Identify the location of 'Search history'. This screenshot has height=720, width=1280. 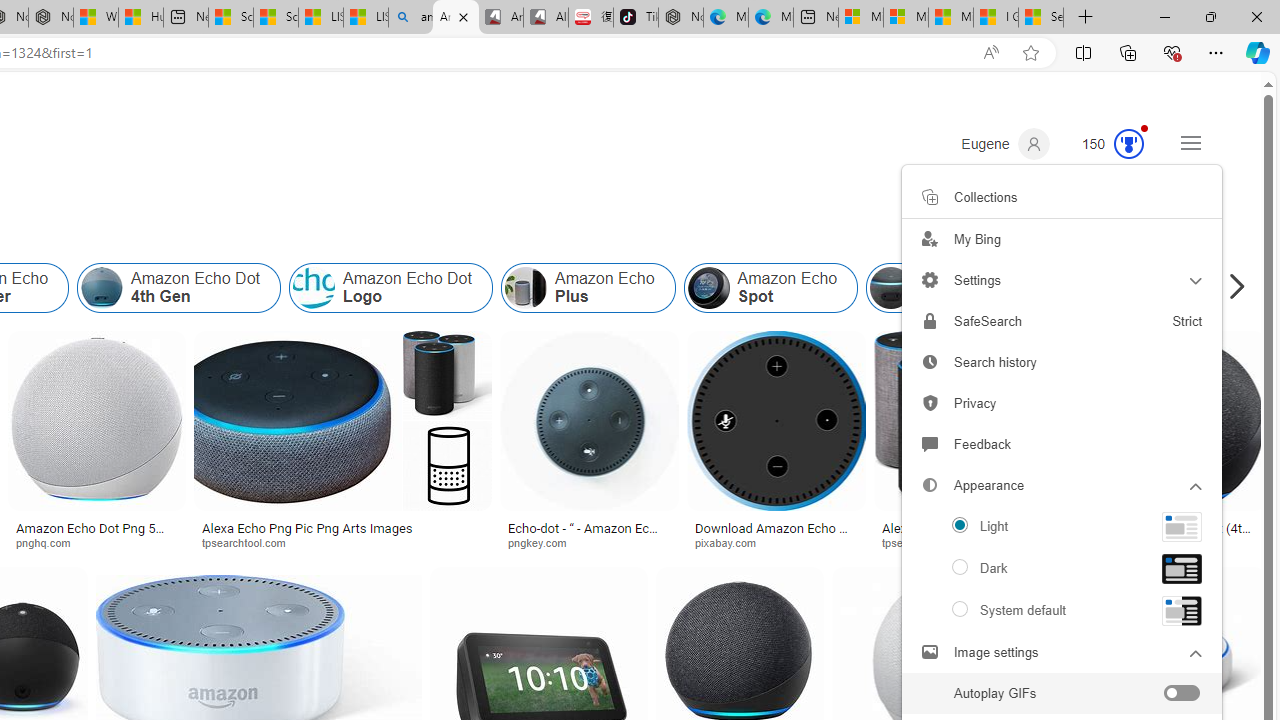
(1061, 362).